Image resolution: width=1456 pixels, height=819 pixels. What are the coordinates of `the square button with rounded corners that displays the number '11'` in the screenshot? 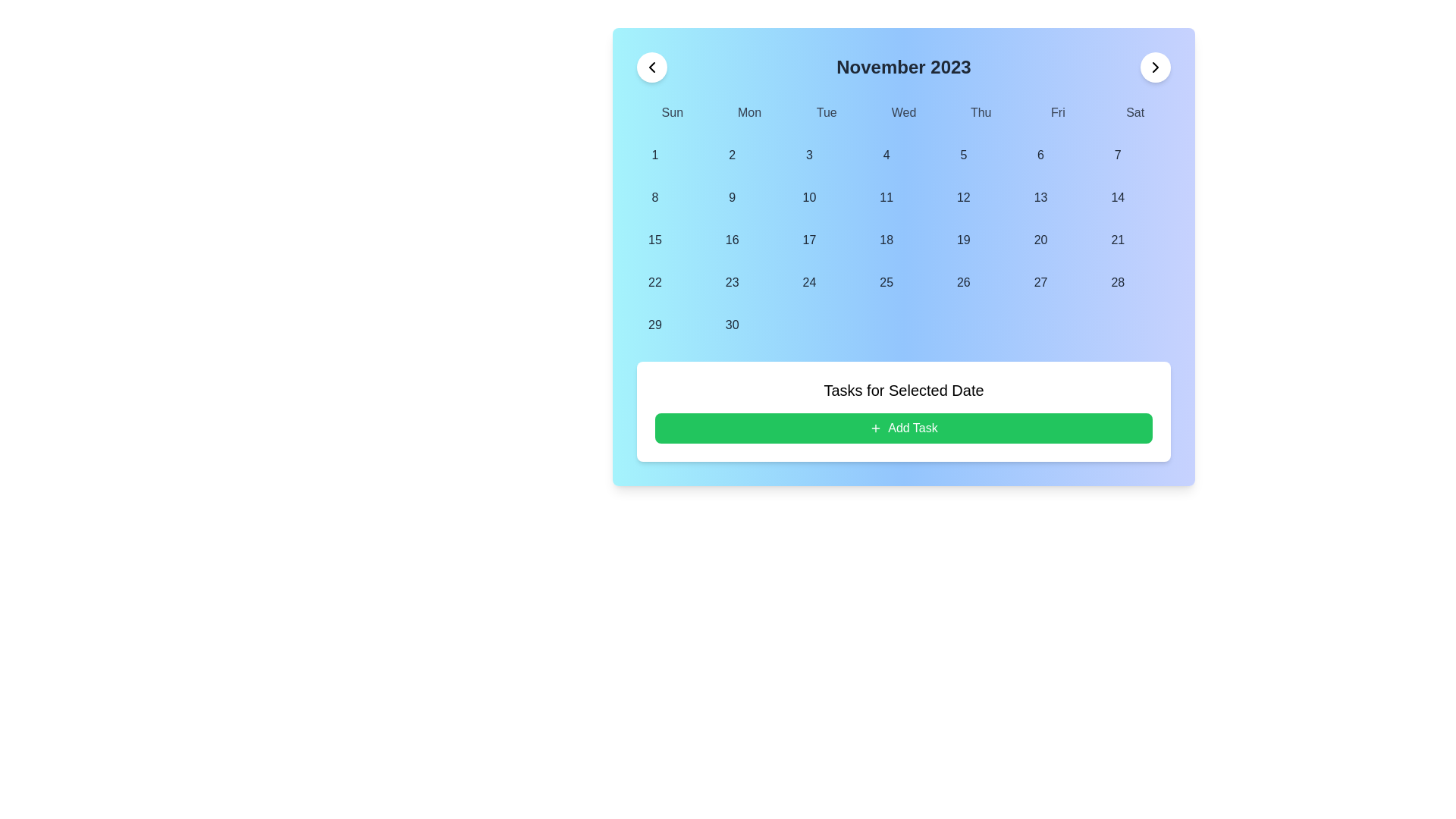 It's located at (886, 197).